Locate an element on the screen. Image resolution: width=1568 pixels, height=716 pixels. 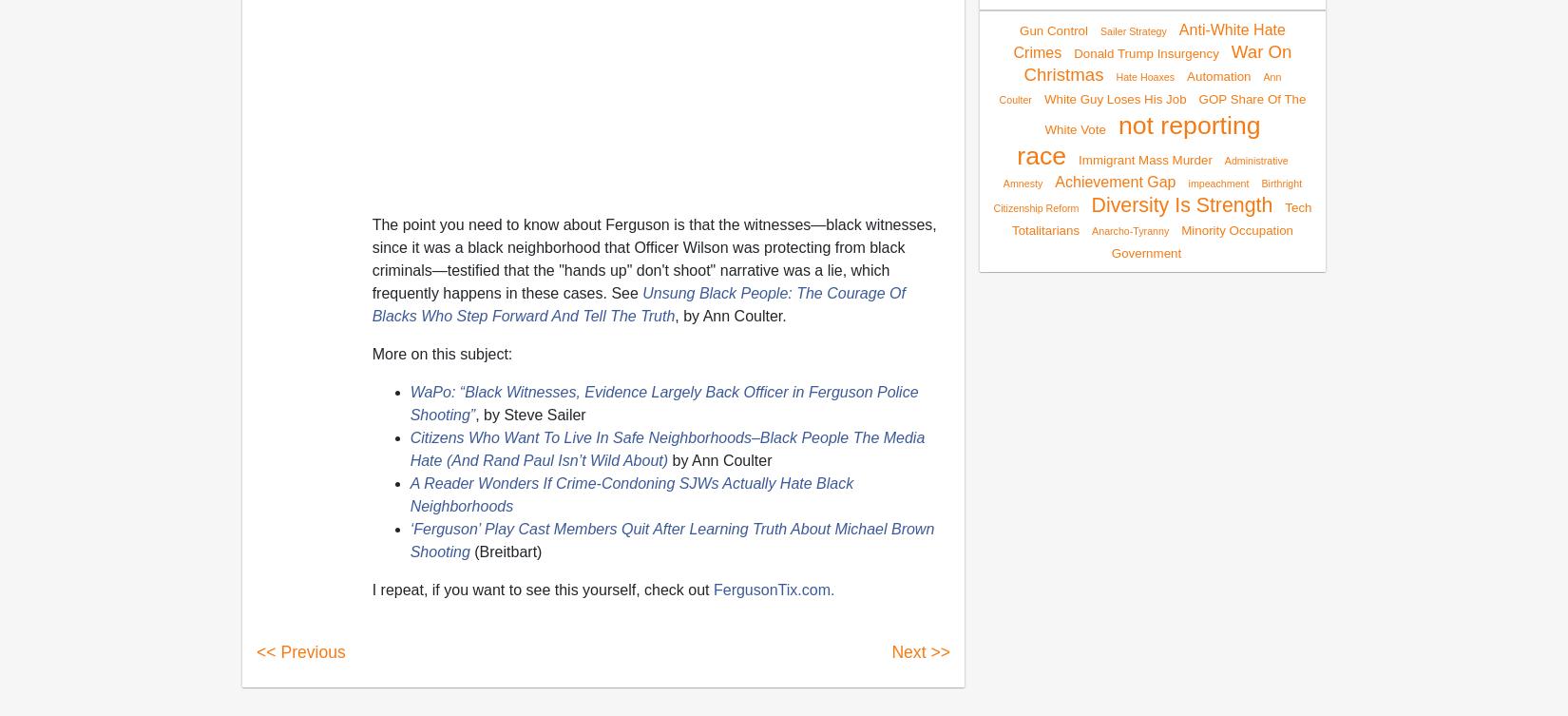
'Immigrant Mass Murder' is located at coordinates (1144, 158).